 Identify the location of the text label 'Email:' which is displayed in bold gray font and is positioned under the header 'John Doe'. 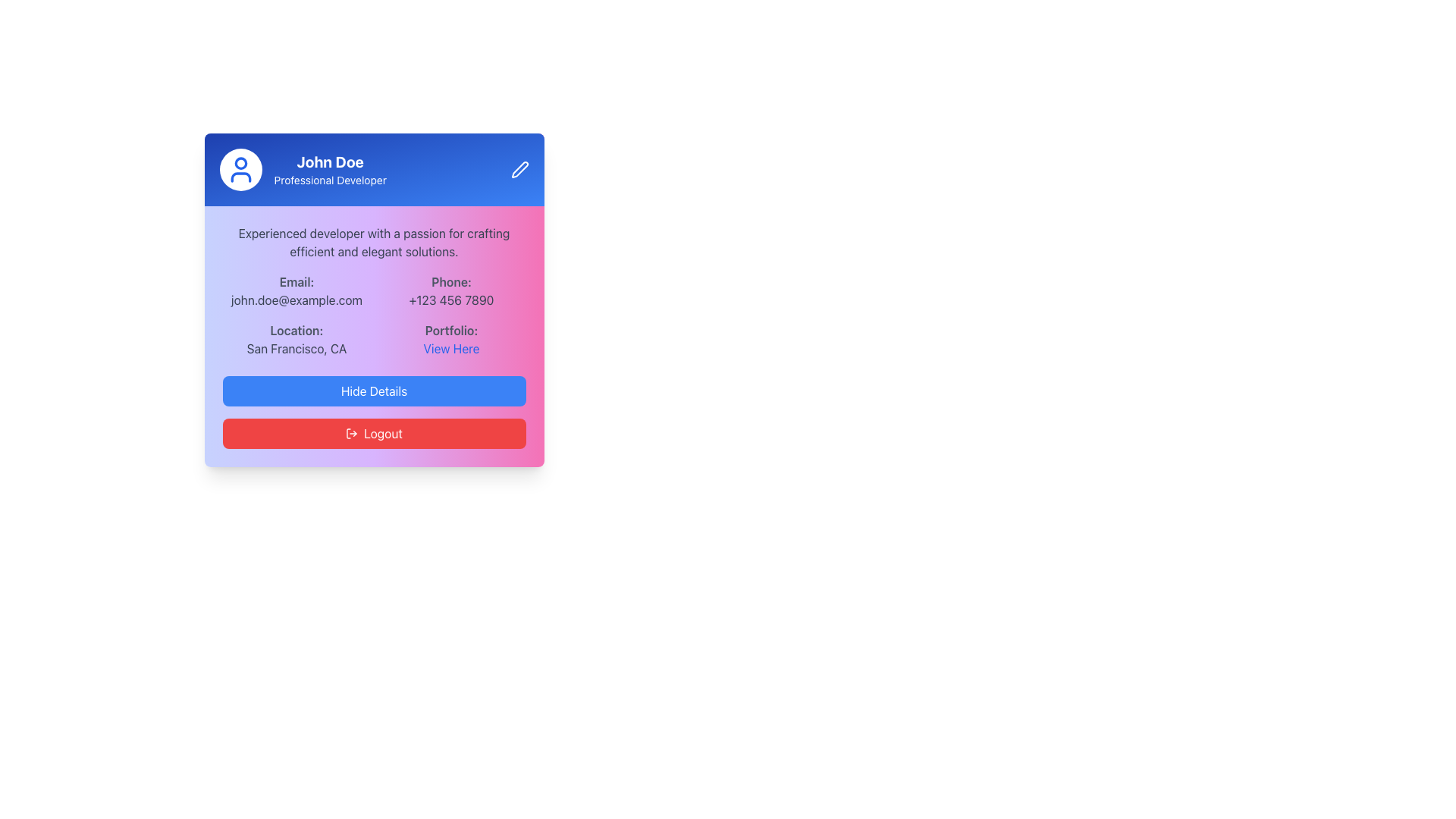
(297, 281).